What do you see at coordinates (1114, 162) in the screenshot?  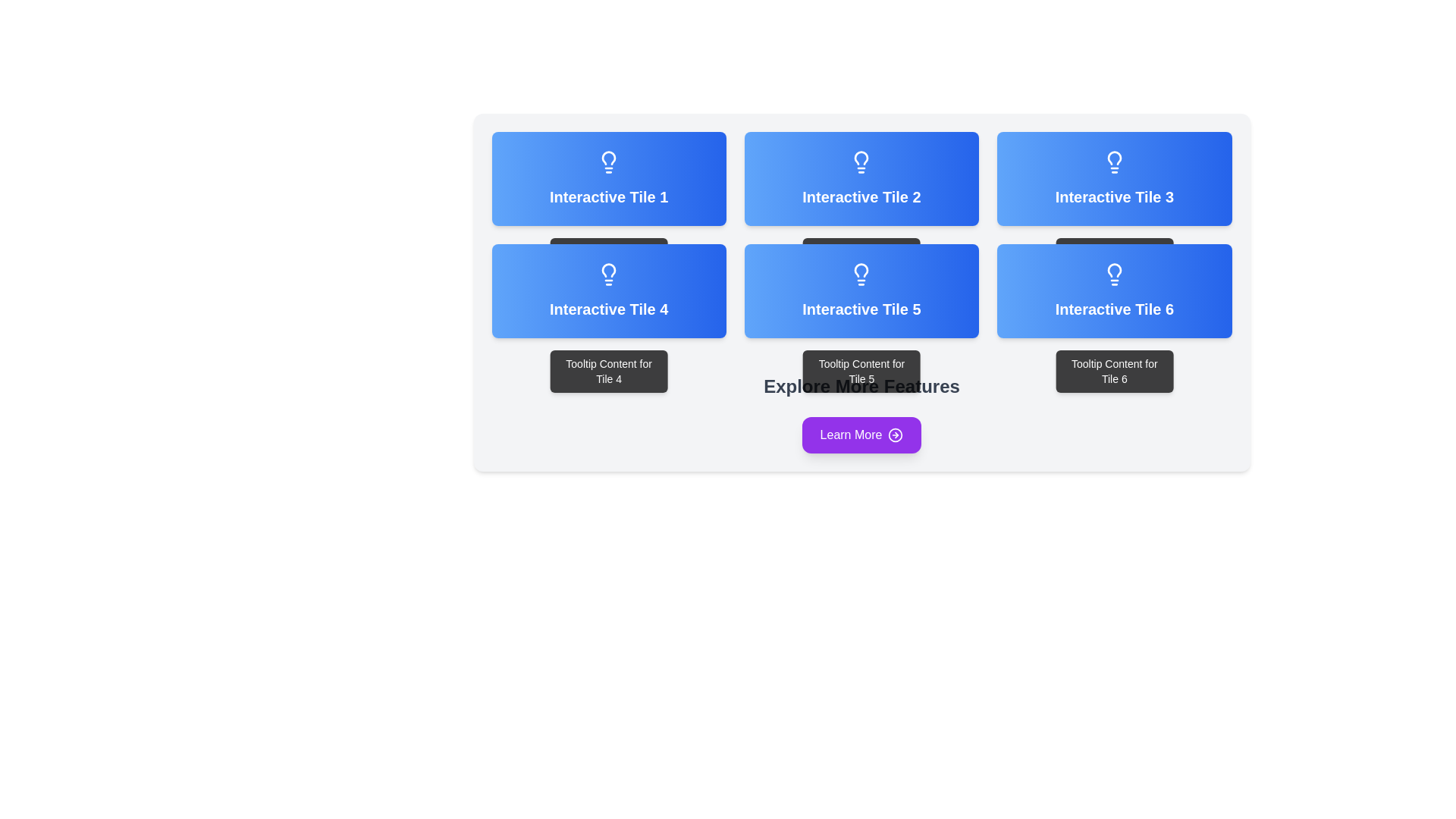 I see `the lightbulb icon` at bounding box center [1114, 162].